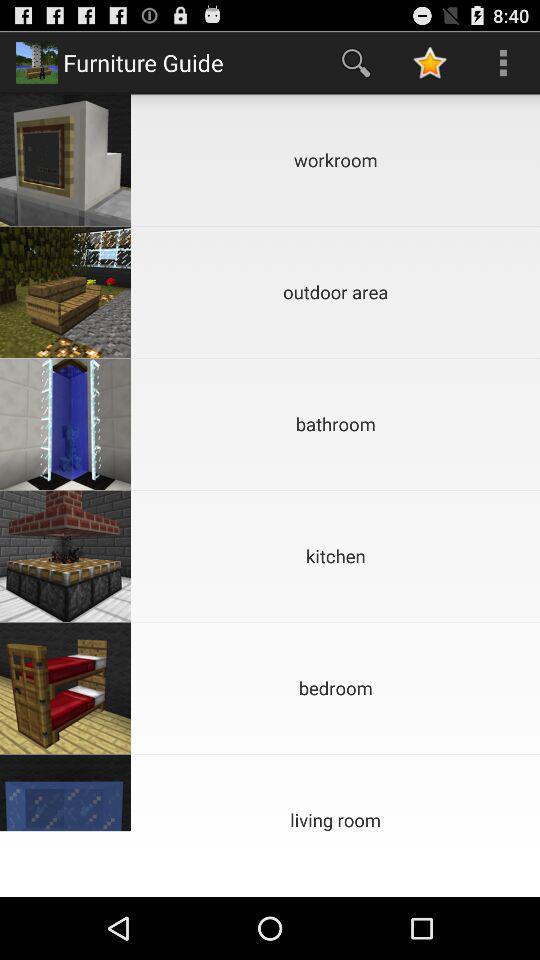 The image size is (540, 960). What do you see at coordinates (335, 291) in the screenshot?
I see `the outdoor area` at bounding box center [335, 291].